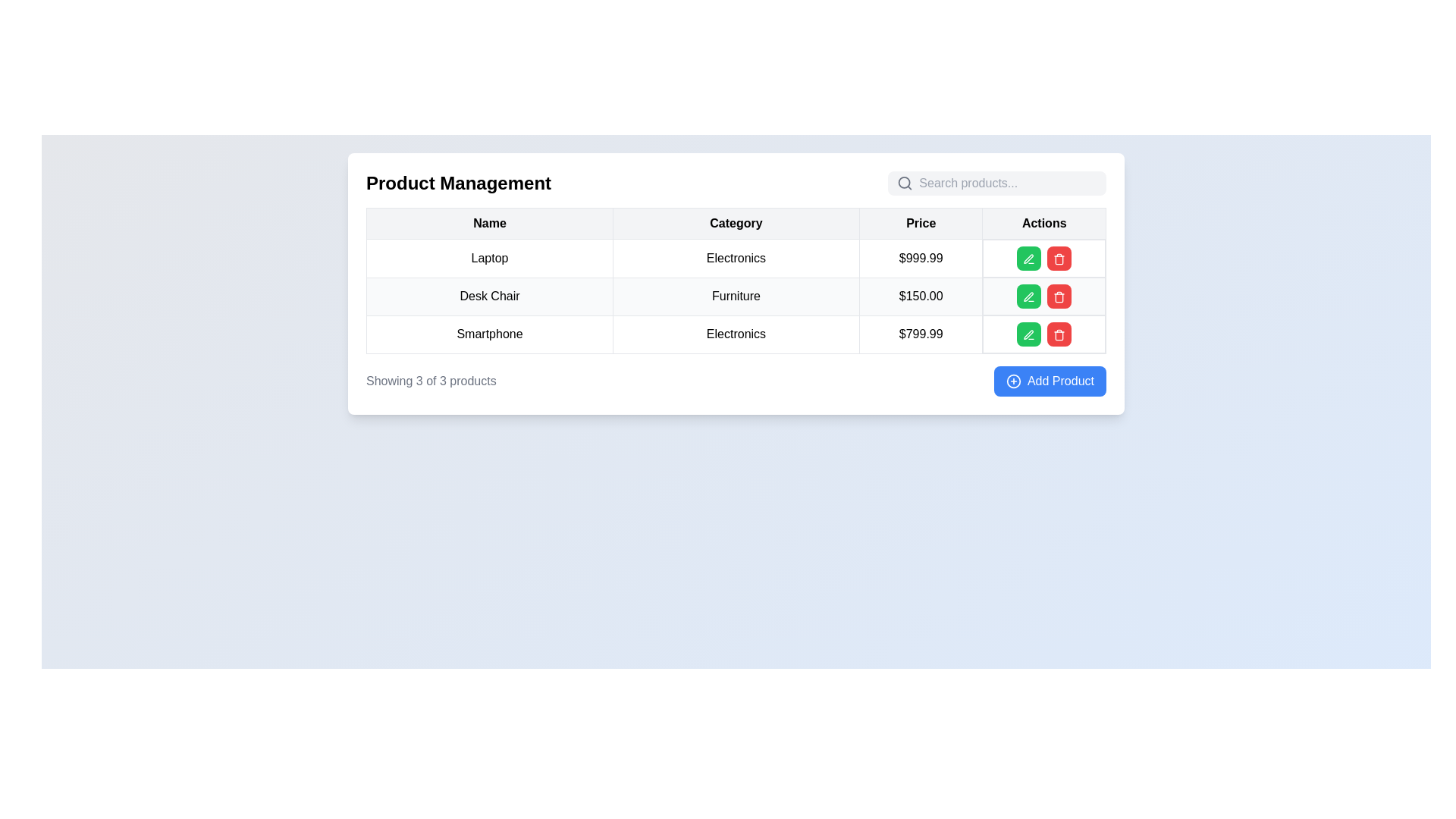 This screenshot has width=1456, height=819. I want to click on the rectangular button with a blue background and white text reading 'Add Product', so click(1049, 380).